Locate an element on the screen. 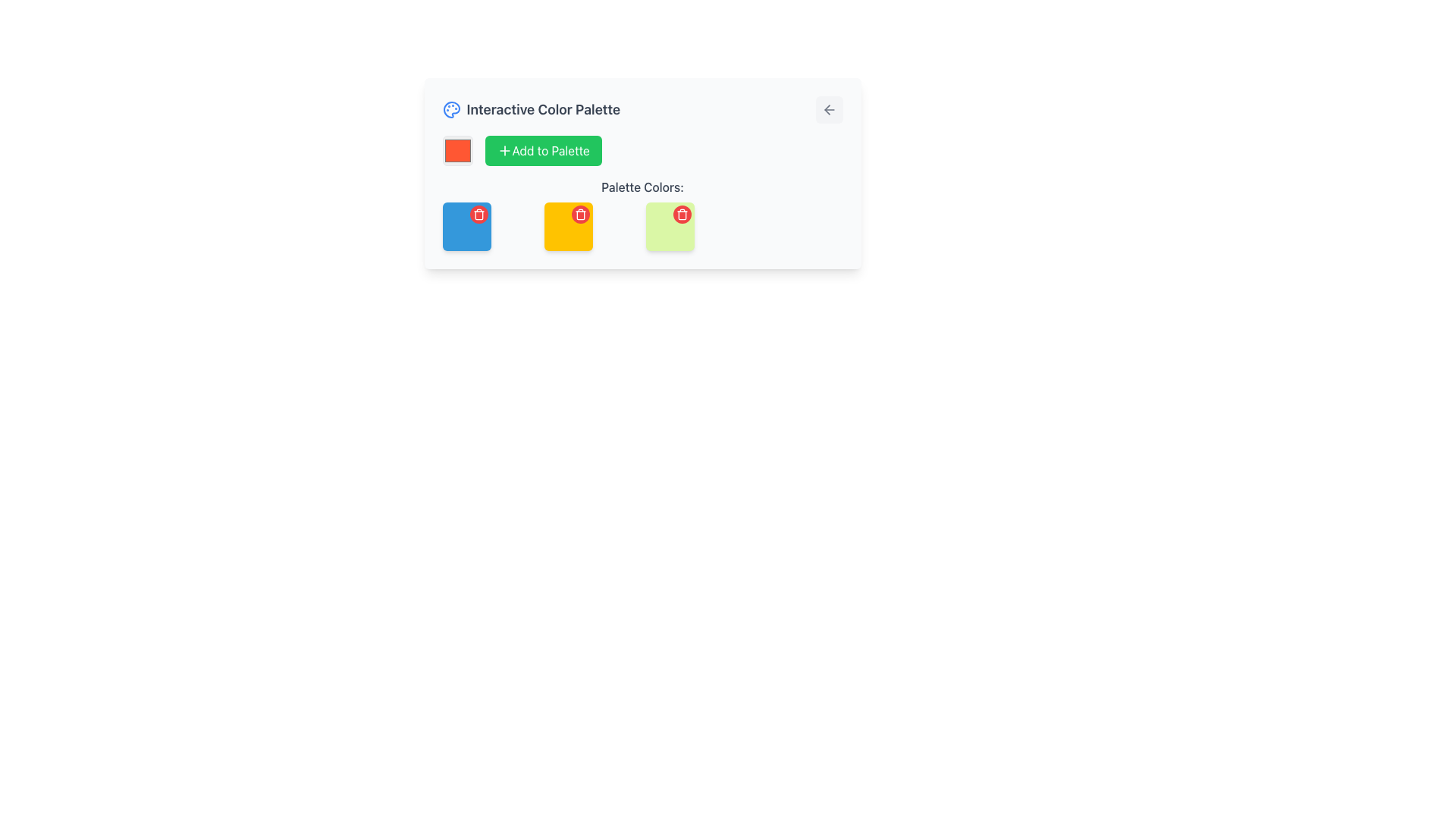  the trash icon button for deletion located at the top-right corner of the interactive buttons in the 'Palette Colors' section is located at coordinates (681, 214).